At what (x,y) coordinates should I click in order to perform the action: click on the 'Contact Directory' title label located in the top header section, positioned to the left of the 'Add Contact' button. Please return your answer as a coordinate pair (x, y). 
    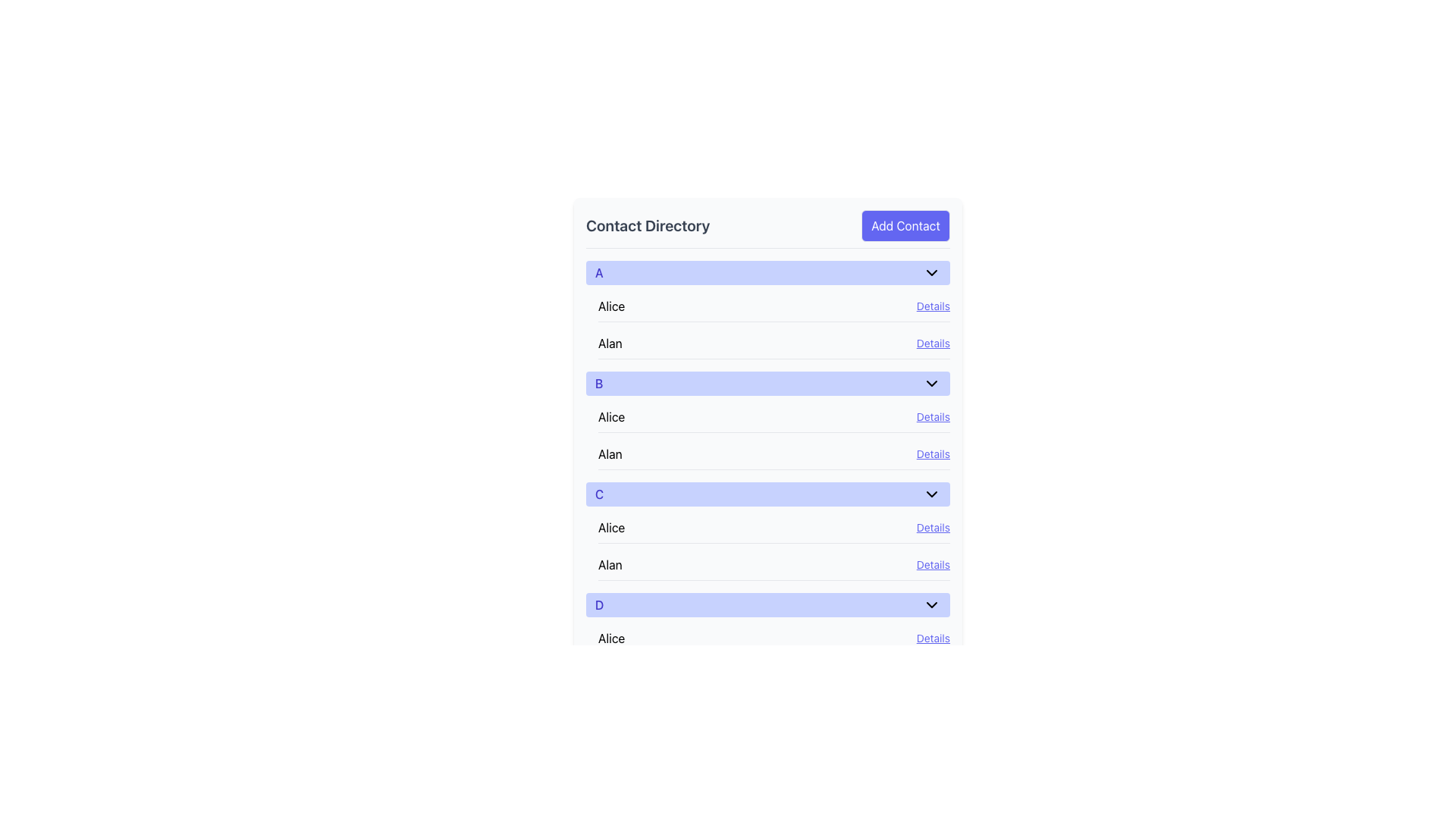
    Looking at the image, I should click on (648, 225).